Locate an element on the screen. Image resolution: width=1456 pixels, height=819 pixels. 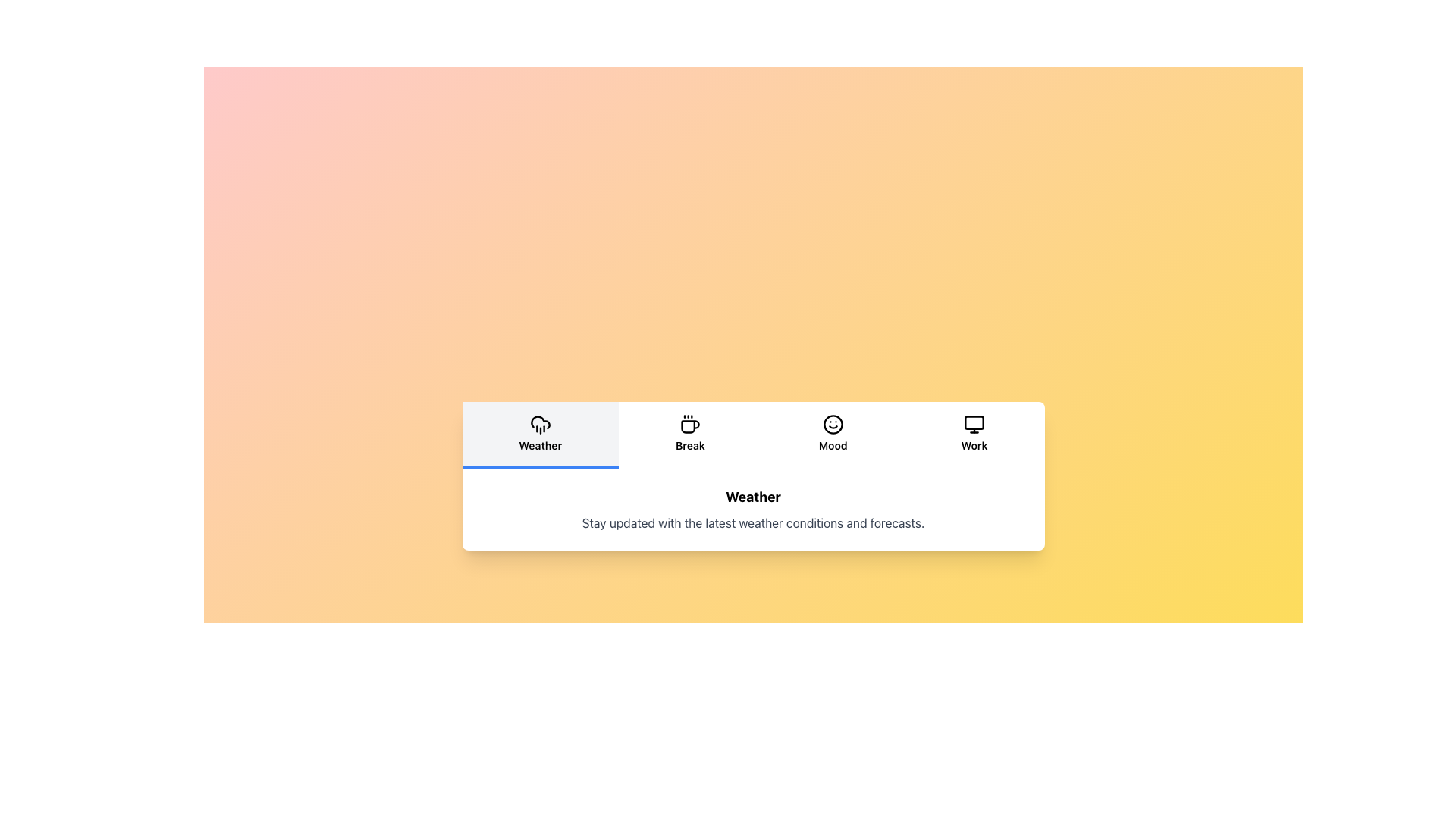
the weather icon located at the top center of the 'Weather' section in the horizontal menu, which serves as a visual indicator for weather-related information is located at coordinates (540, 424).